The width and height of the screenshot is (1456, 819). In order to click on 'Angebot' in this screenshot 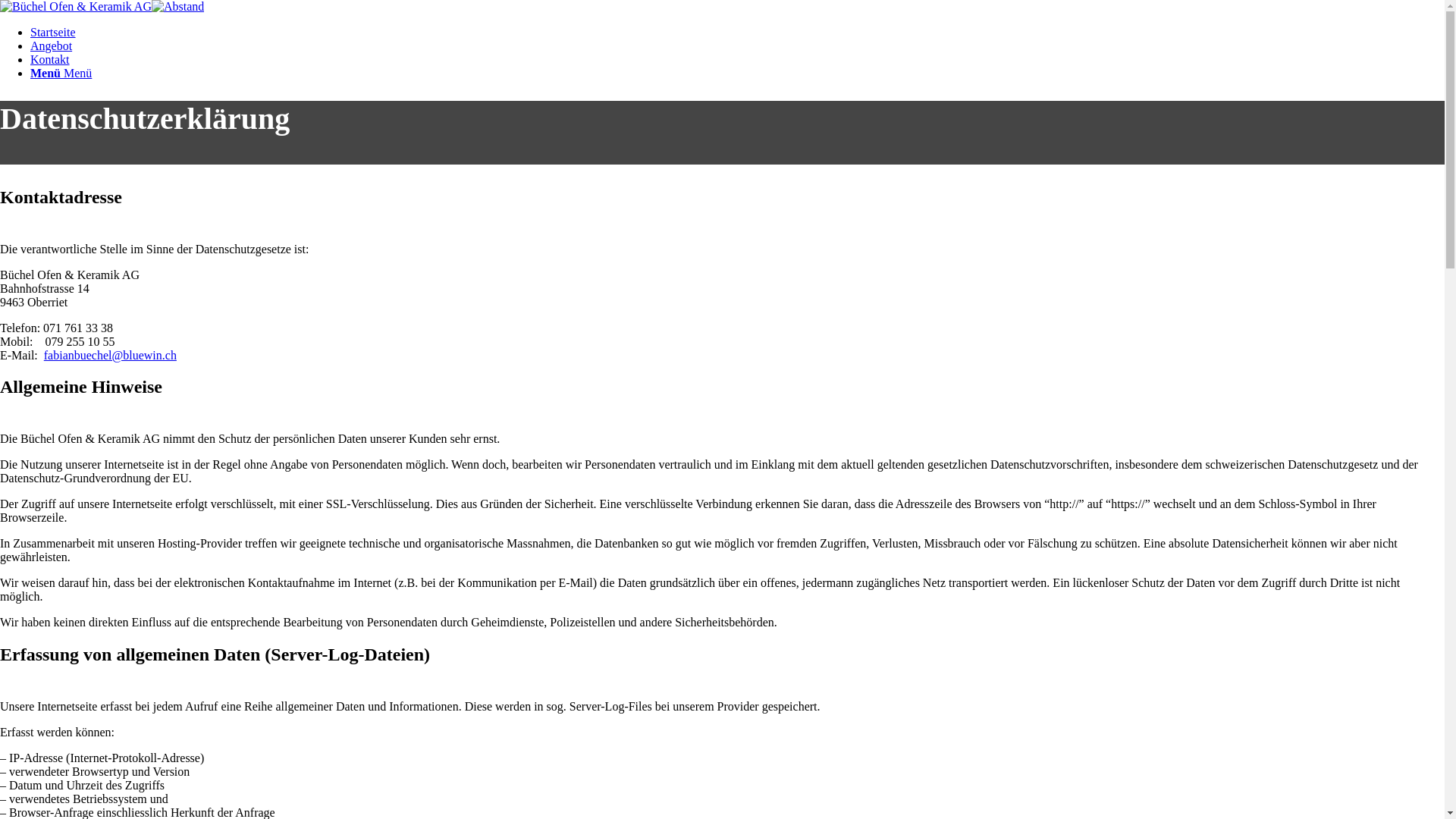, I will do `click(51, 45)`.